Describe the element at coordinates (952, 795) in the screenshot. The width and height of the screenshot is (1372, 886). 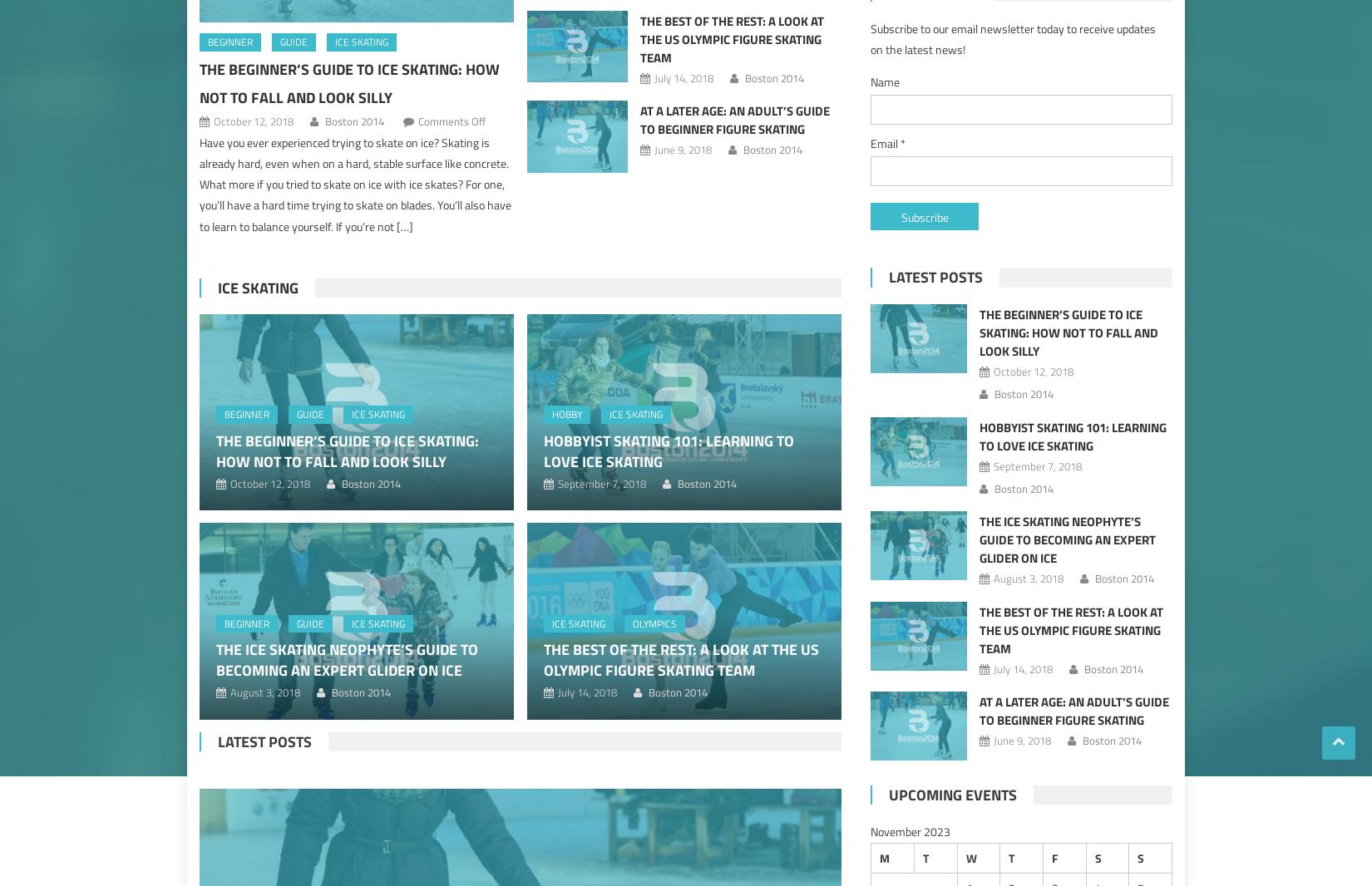
I see `'Upcoming Events'` at that location.